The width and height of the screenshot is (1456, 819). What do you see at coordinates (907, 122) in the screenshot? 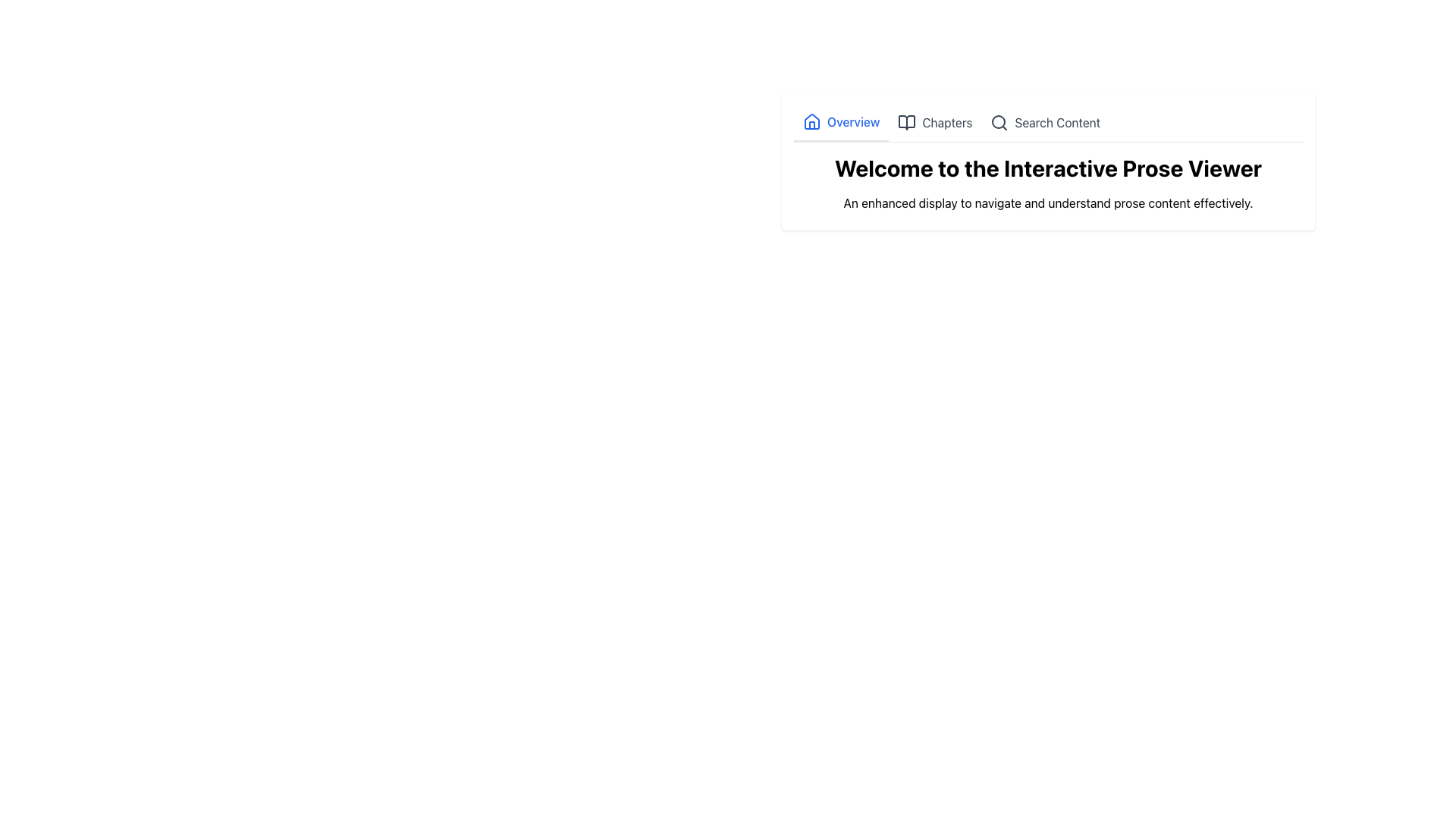
I see `the book icon located next to the 'Chapters' label in the top navigation bar` at bounding box center [907, 122].